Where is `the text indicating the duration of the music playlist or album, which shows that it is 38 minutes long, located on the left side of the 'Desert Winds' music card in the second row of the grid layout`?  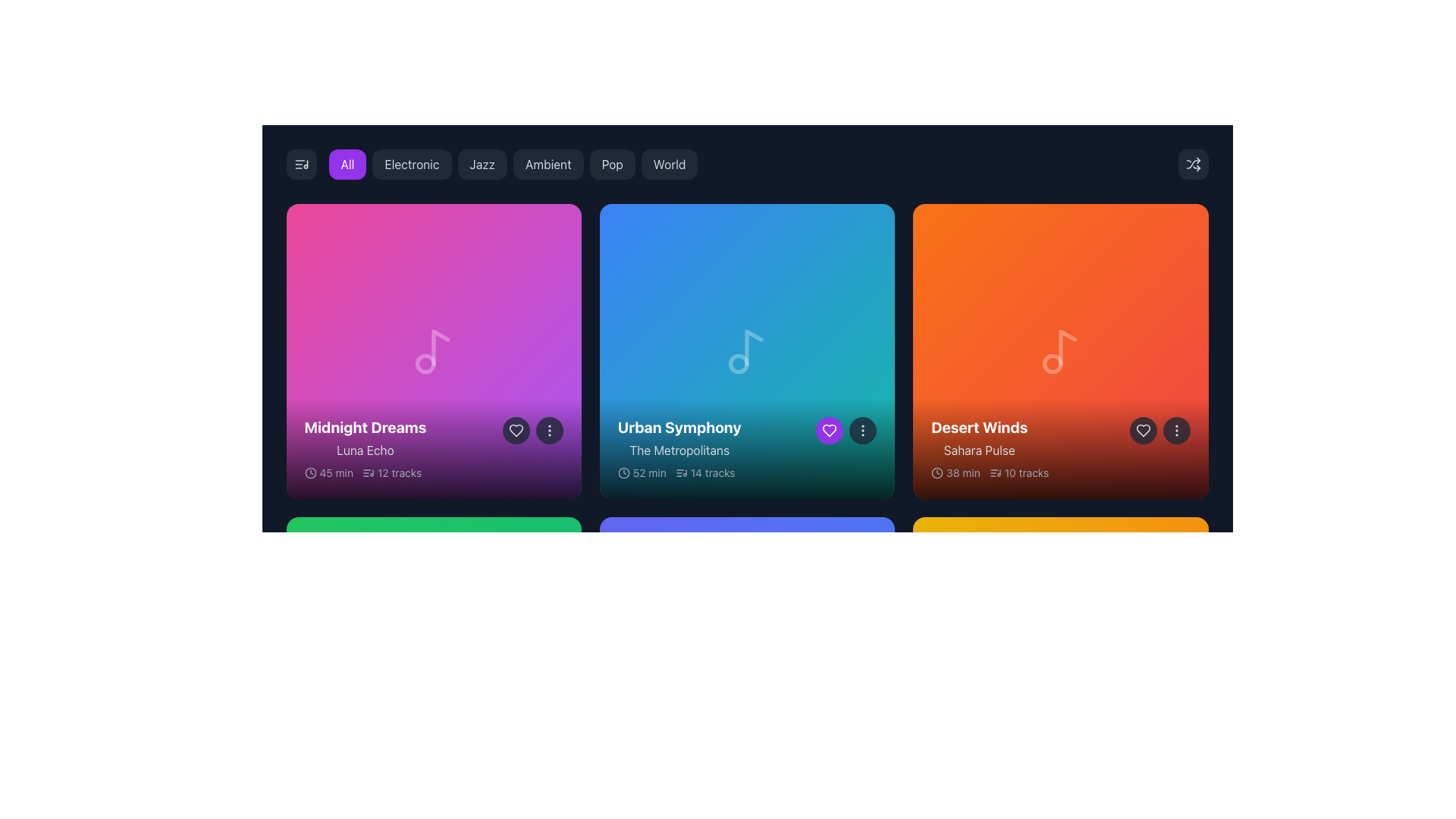
the text indicating the duration of the music playlist or album, which shows that it is 38 minutes long, located on the left side of the 'Desert Winds' music card in the second row of the grid layout is located at coordinates (955, 472).